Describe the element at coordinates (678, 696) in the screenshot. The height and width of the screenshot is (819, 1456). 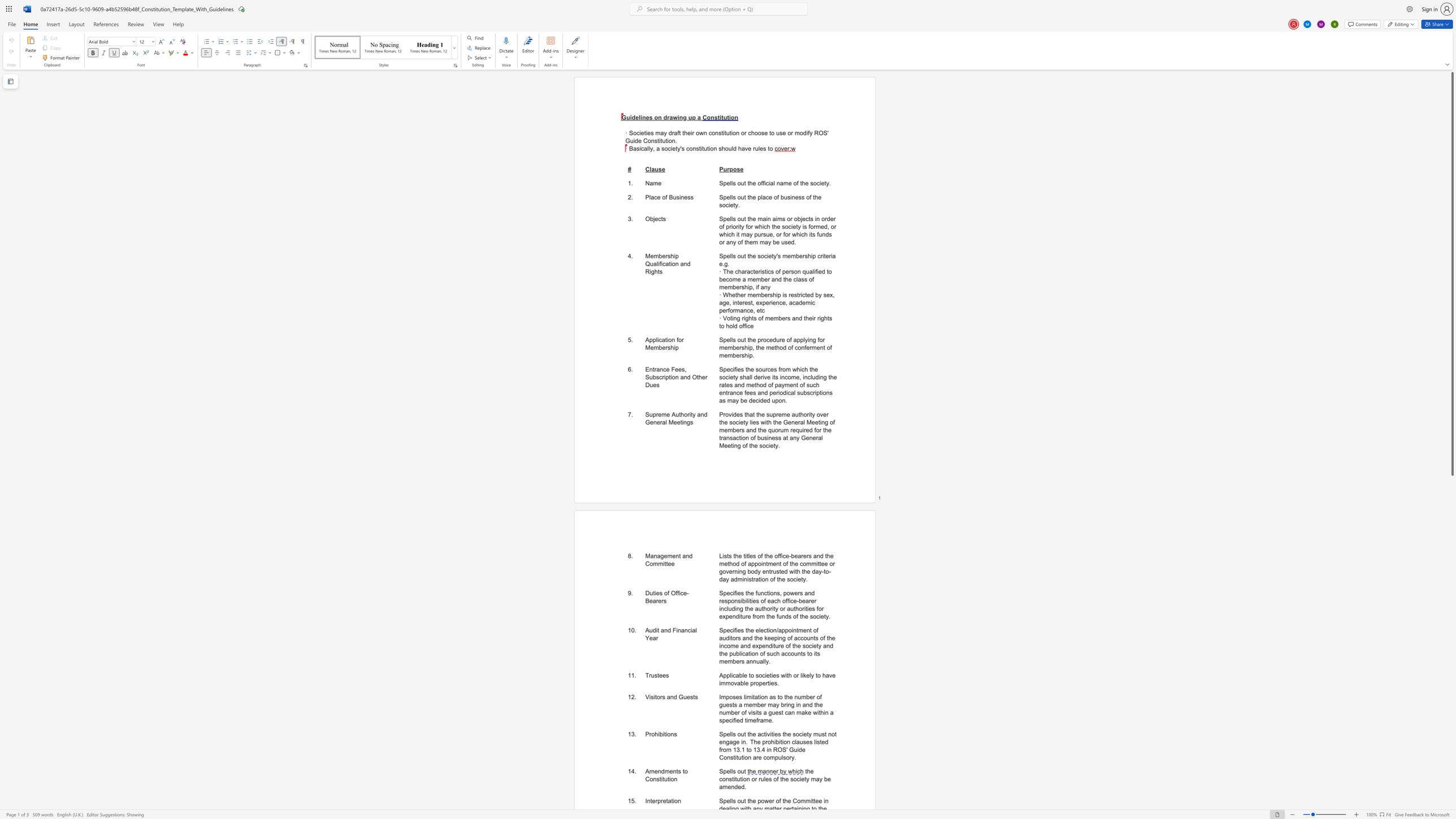
I see `the subset text "Guest" within the text "Visitors and Guests"` at that location.